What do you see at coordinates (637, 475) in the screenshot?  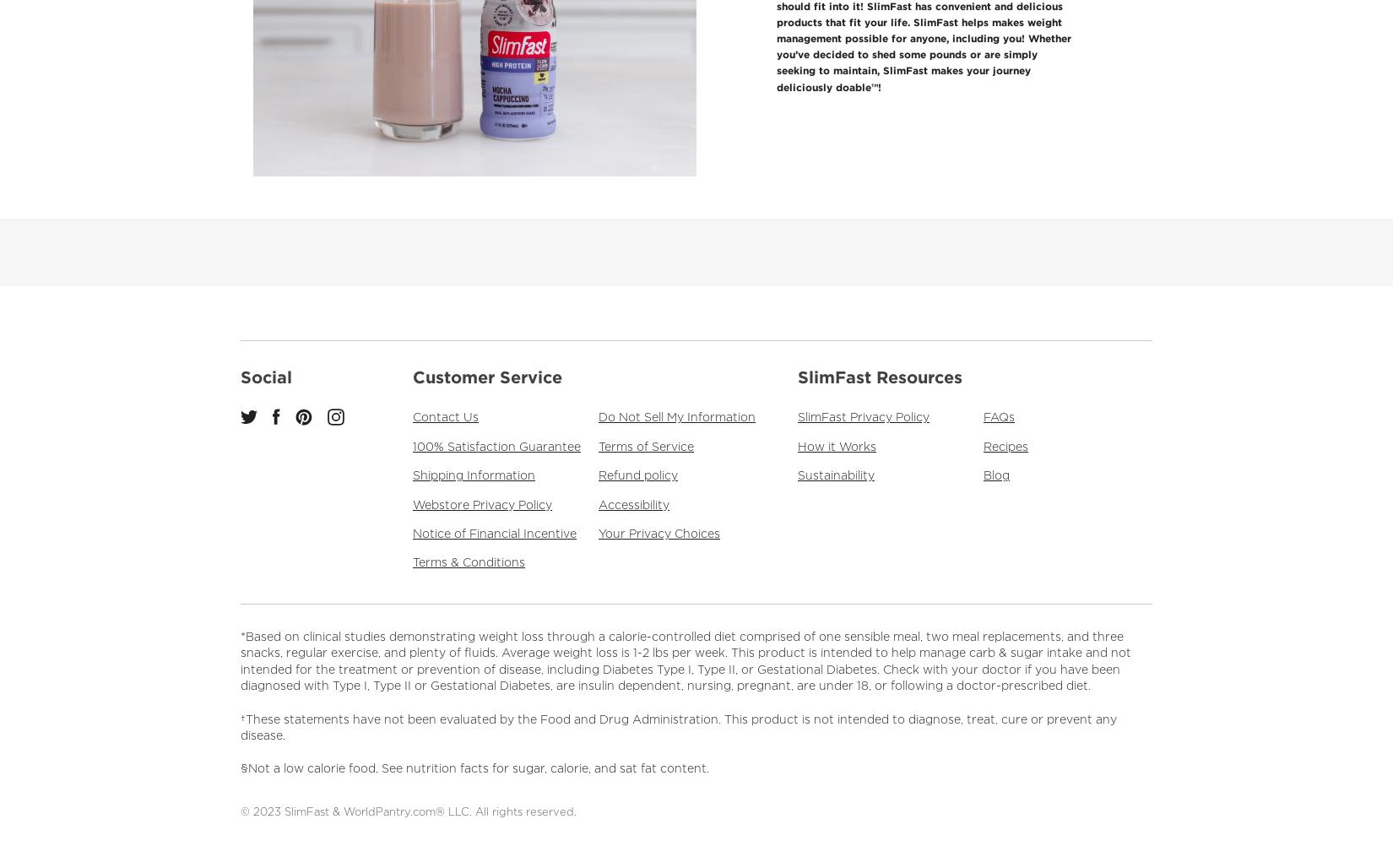 I see `'Refund policy'` at bounding box center [637, 475].